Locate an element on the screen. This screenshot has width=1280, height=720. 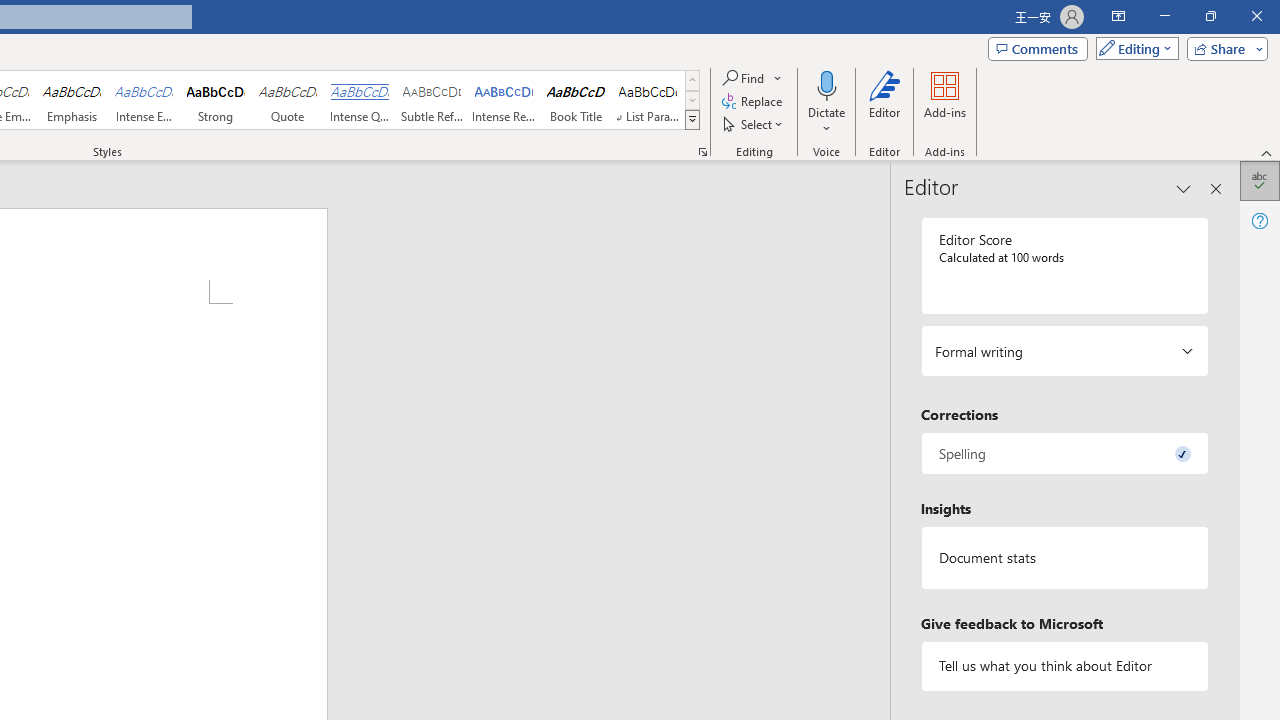
'Subtle Reference' is located at coordinates (431, 100).